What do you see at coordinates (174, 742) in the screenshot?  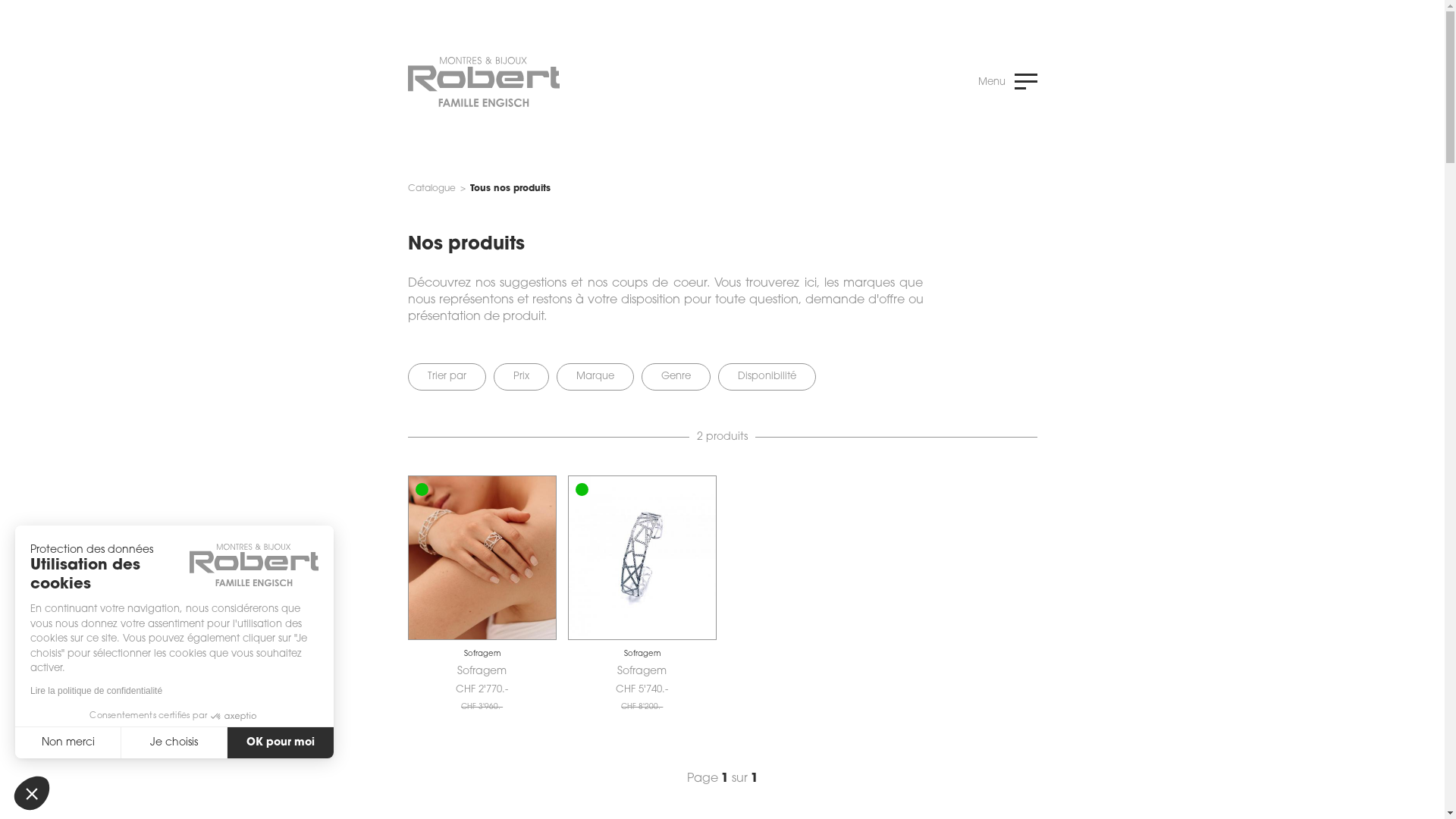 I see `'Je choisis'` at bounding box center [174, 742].